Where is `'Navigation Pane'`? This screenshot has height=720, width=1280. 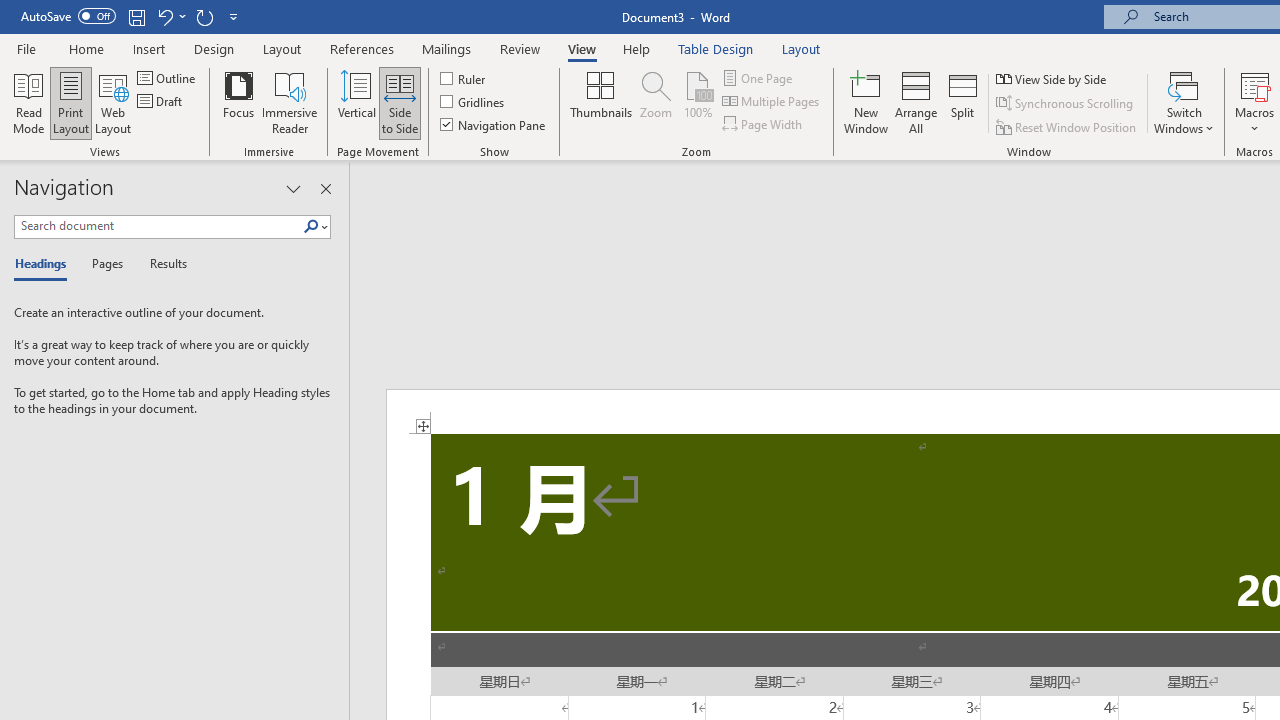 'Navigation Pane' is located at coordinates (494, 124).